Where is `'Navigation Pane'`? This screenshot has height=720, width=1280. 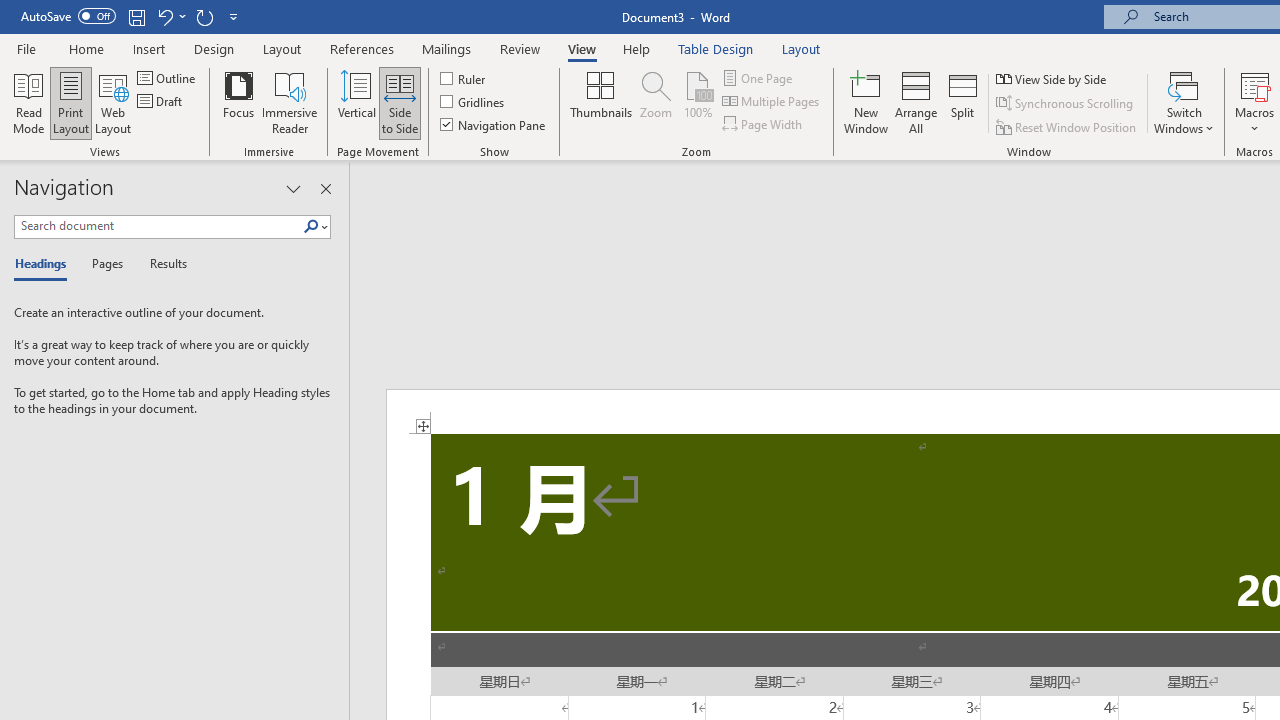 'Navigation Pane' is located at coordinates (494, 124).